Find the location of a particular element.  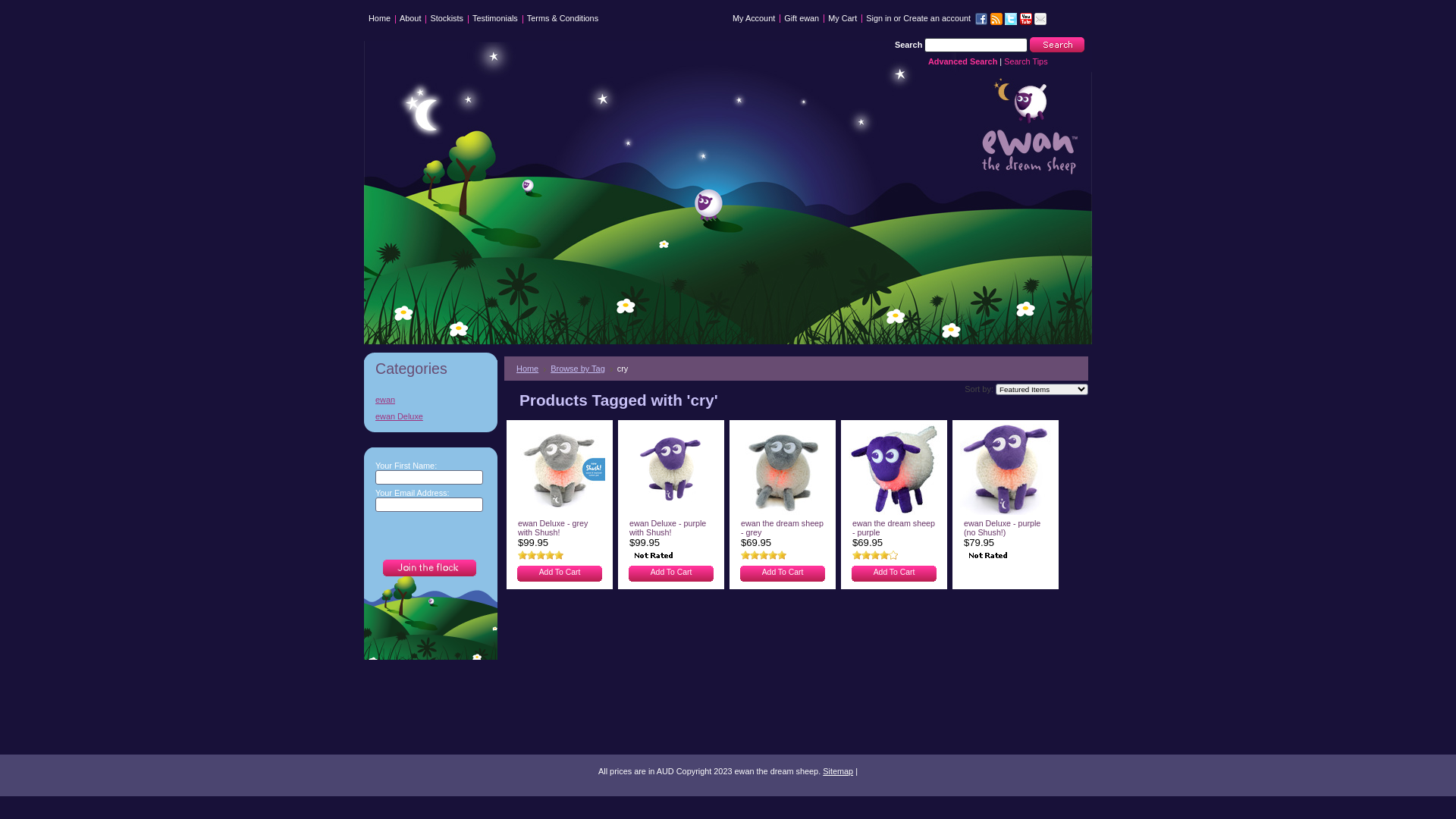

'Testimonials' is located at coordinates (494, 20).